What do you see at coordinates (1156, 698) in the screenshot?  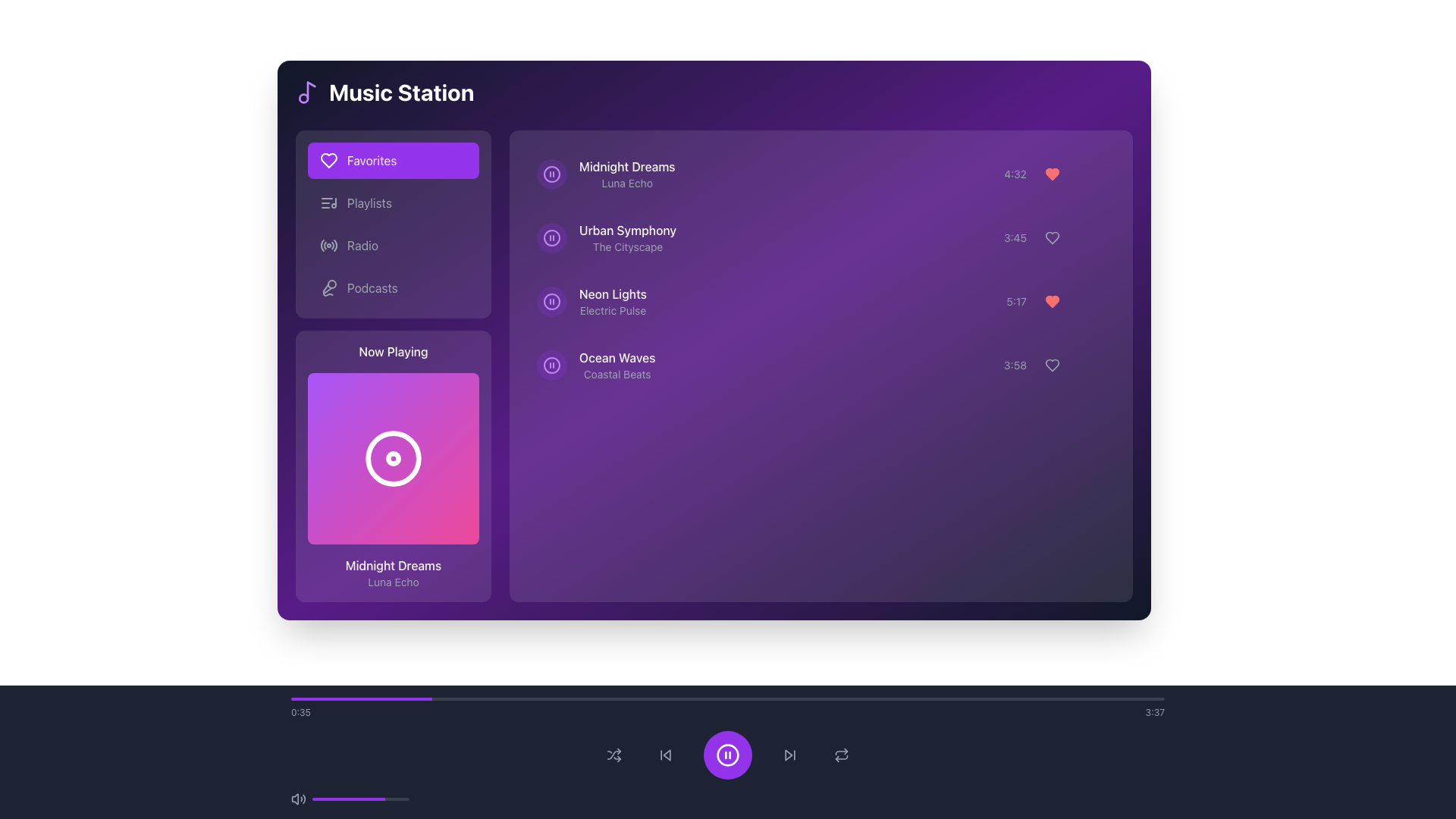 I see `playback position` at bounding box center [1156, 698].